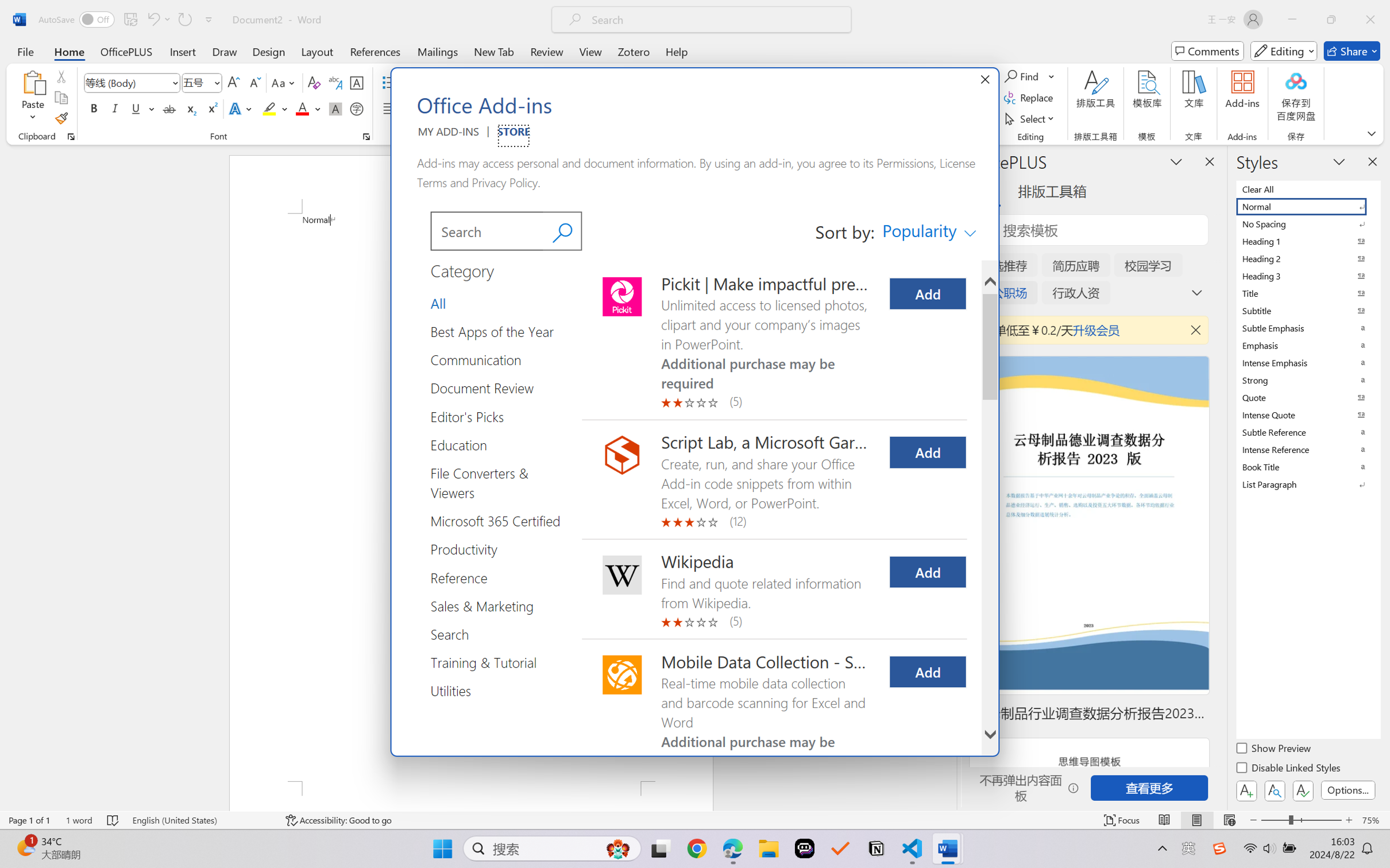  I want to click on 'Subtitle', so click(1307, 310).